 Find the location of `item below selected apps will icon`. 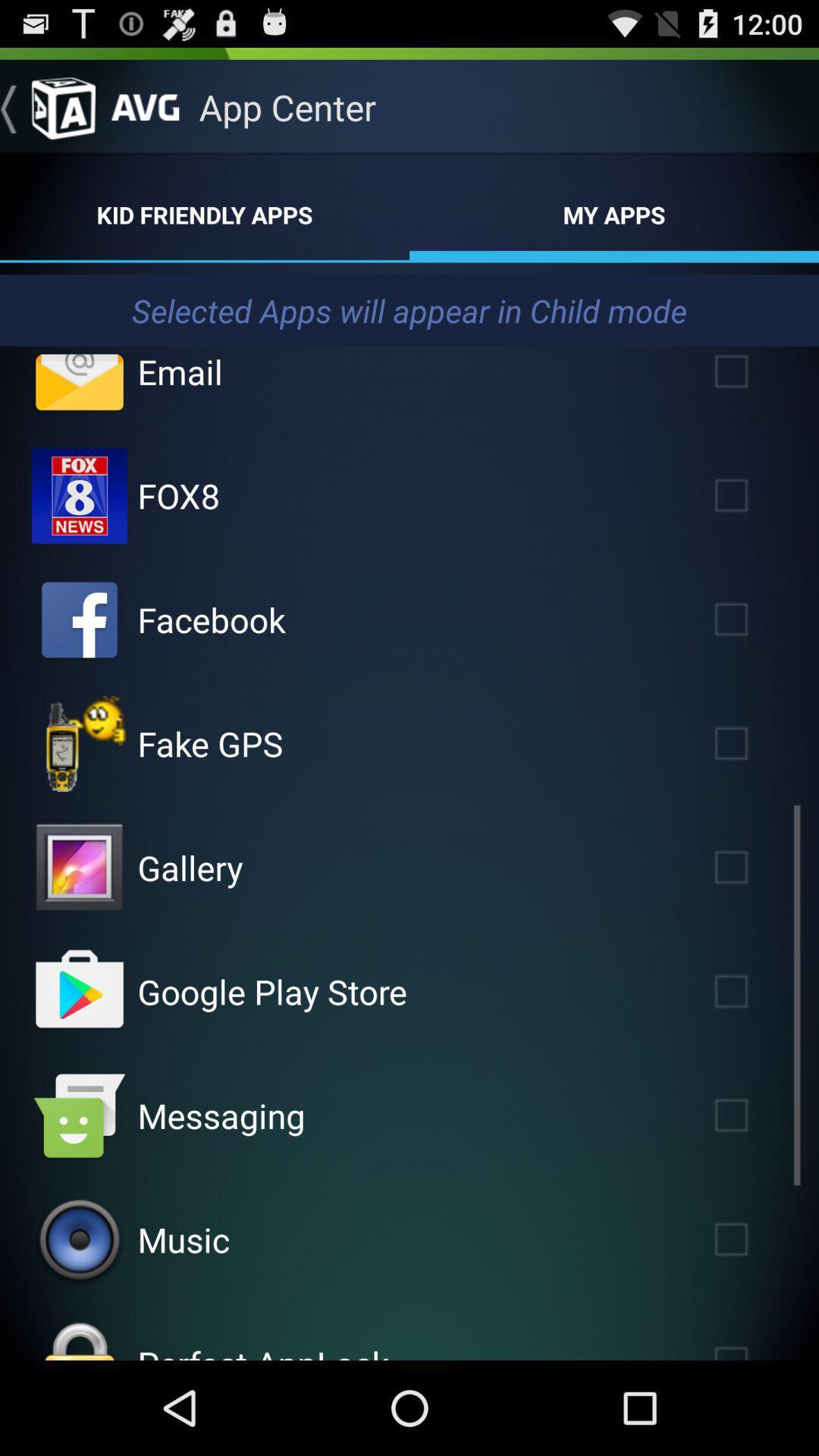

item below selected apps will icon is located at coordinates (179, 372).